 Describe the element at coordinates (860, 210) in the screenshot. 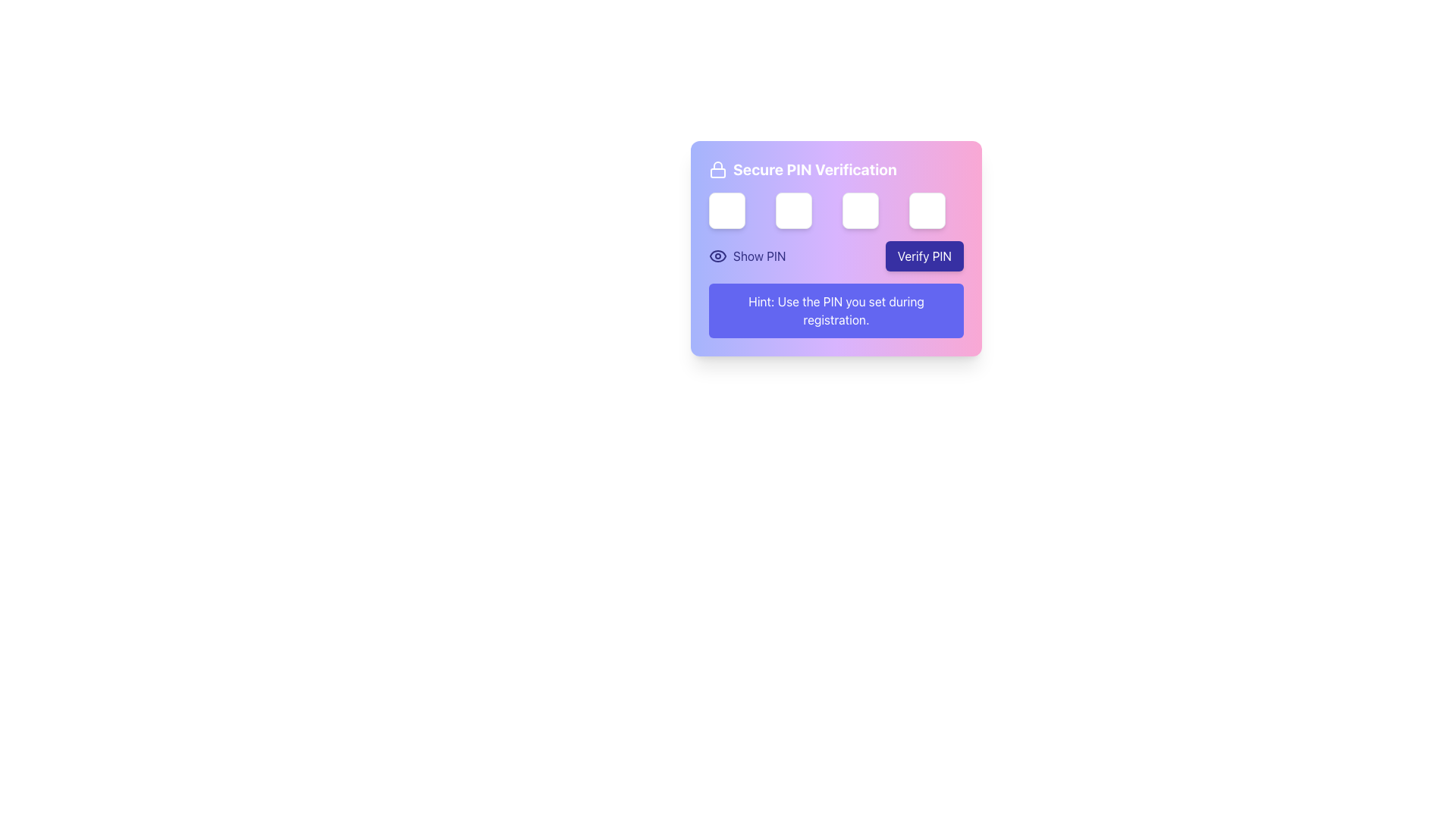

I see `the Password input field for PIN verification located in the middle-right section of the grid titled 'Secure PIN Verification'` at that location.